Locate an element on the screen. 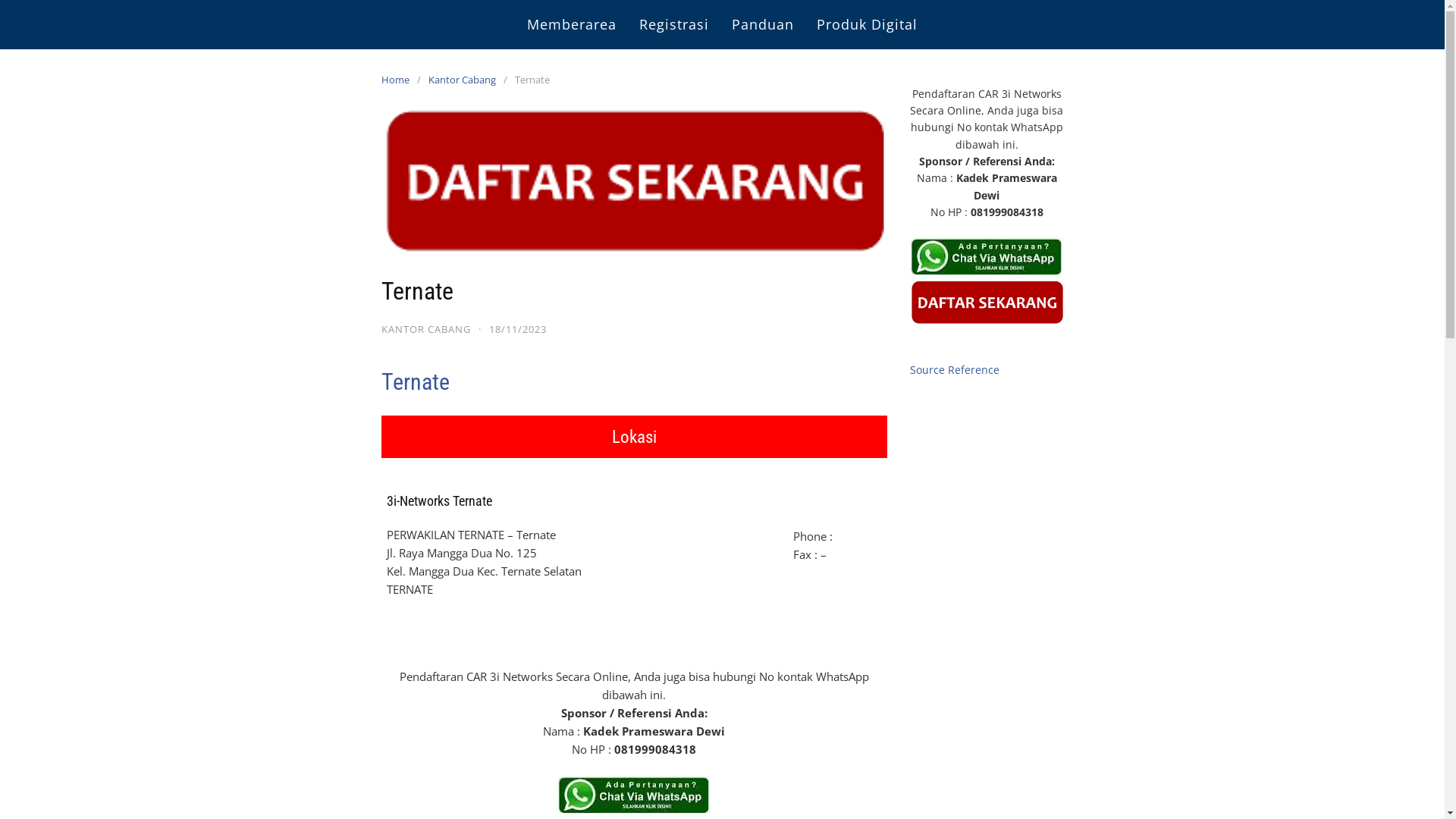  'KANTOR CABANG' is located at coordinates (425, 328).